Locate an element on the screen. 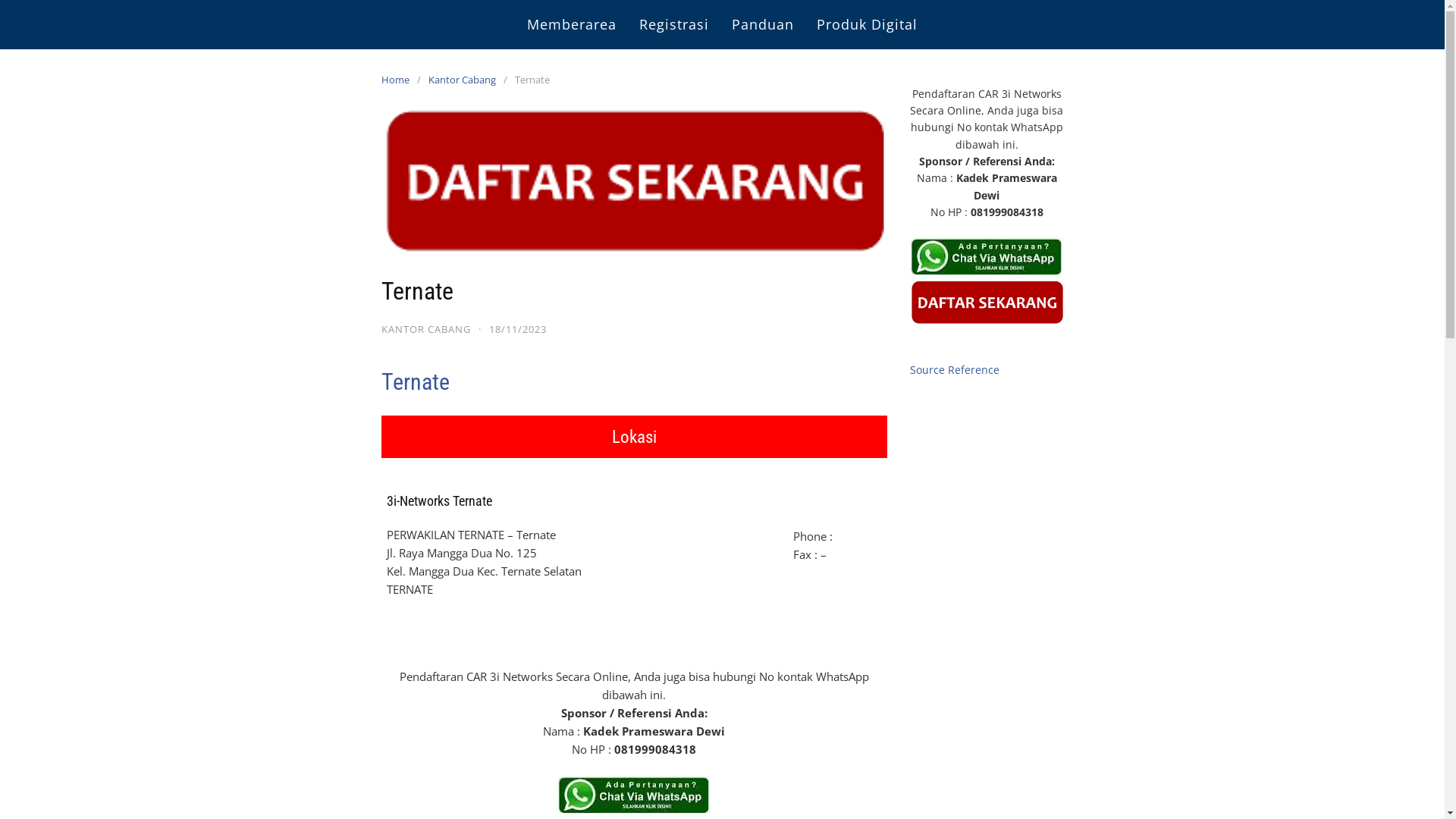  'KANTOR CABANG' is located at coordinates (425, 328).